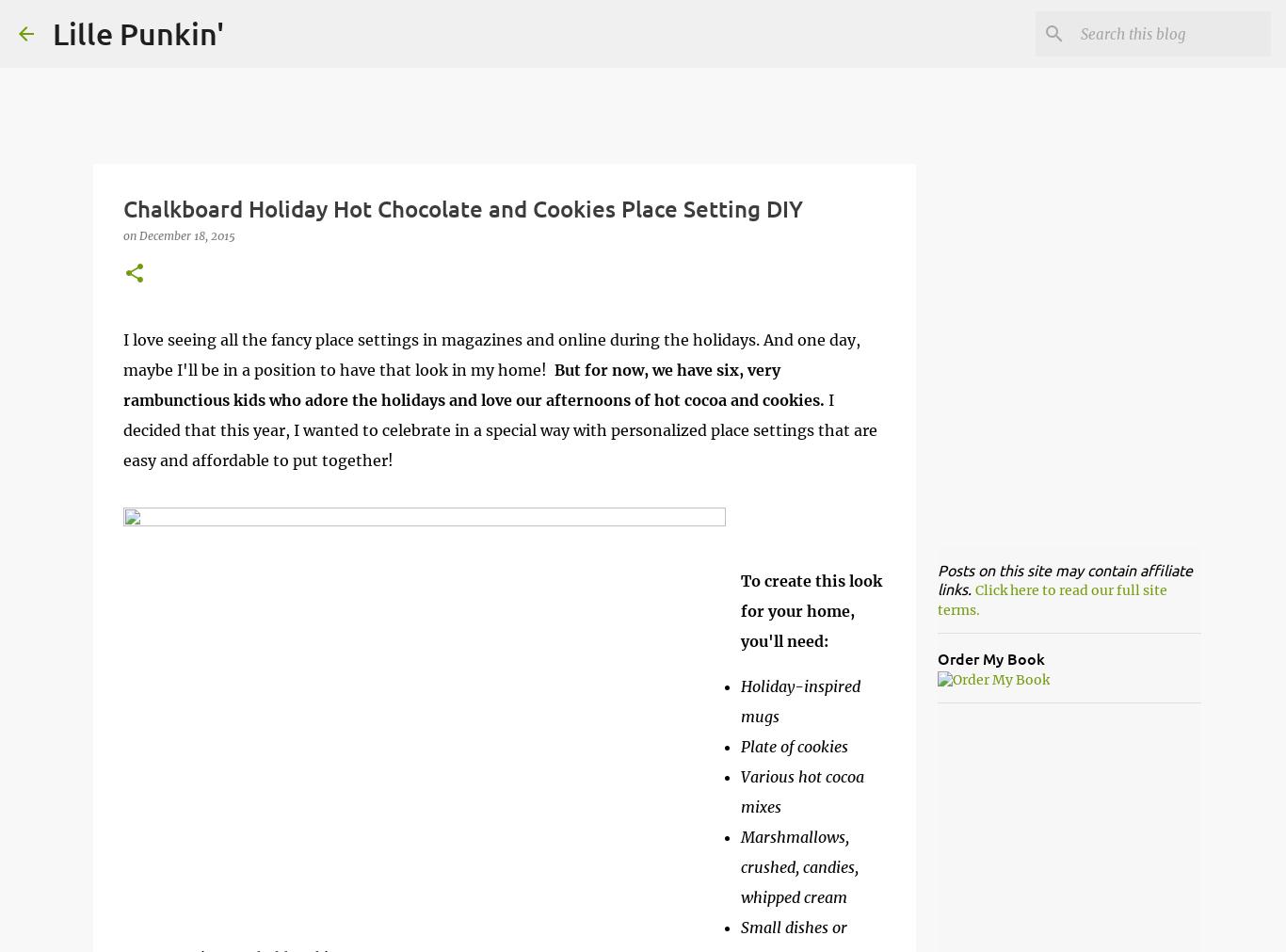 This screenshot has width=1286, height=952. I want to click on 'Order My Book', so click(936, 657).